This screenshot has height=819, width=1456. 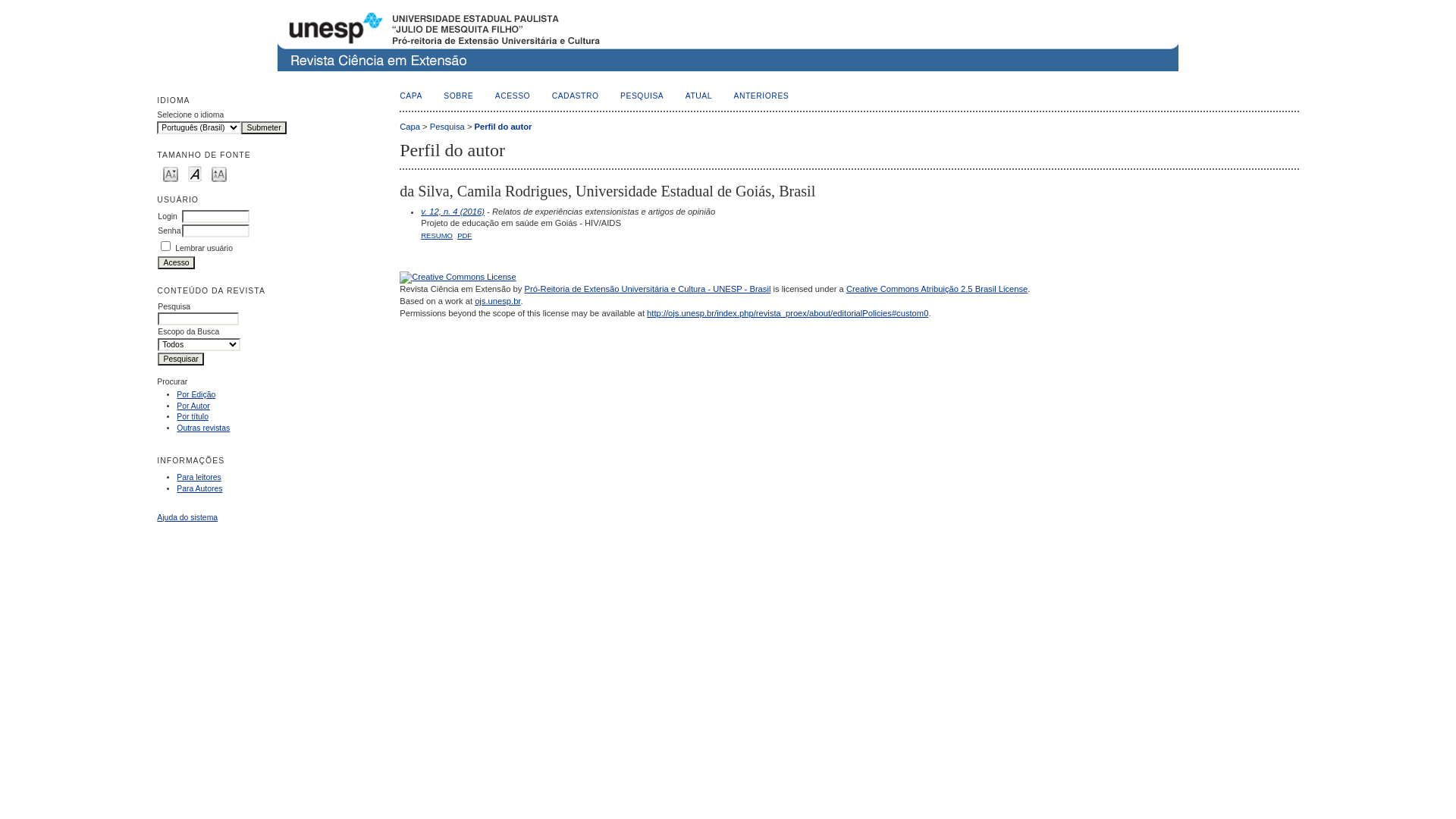 I want to click on 'Ajuda do sistema', so click(x=186, y=516).